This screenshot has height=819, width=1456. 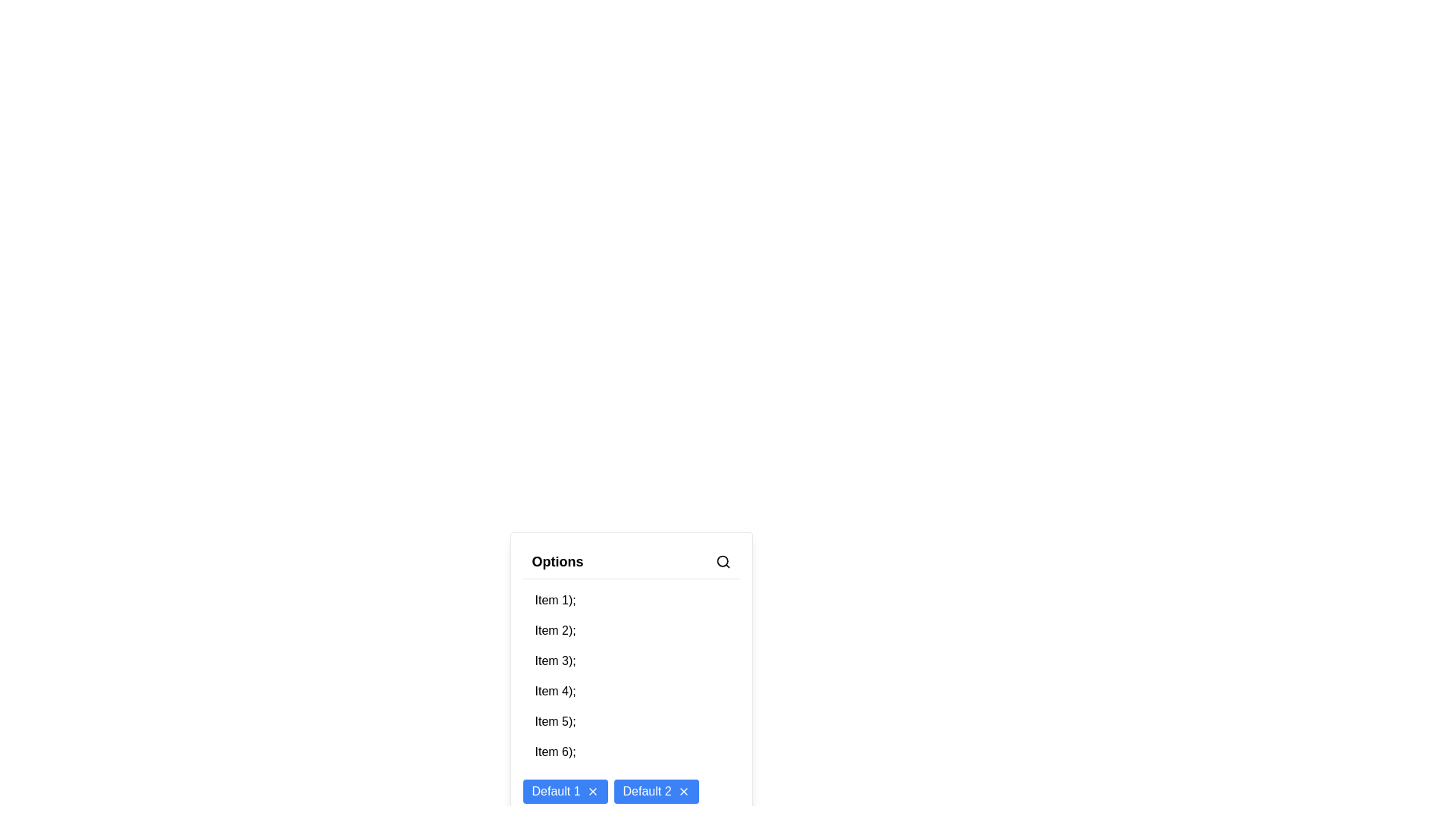 I want to click on the fifth item in the list under the title 'Options', so click(x=631, y=721).